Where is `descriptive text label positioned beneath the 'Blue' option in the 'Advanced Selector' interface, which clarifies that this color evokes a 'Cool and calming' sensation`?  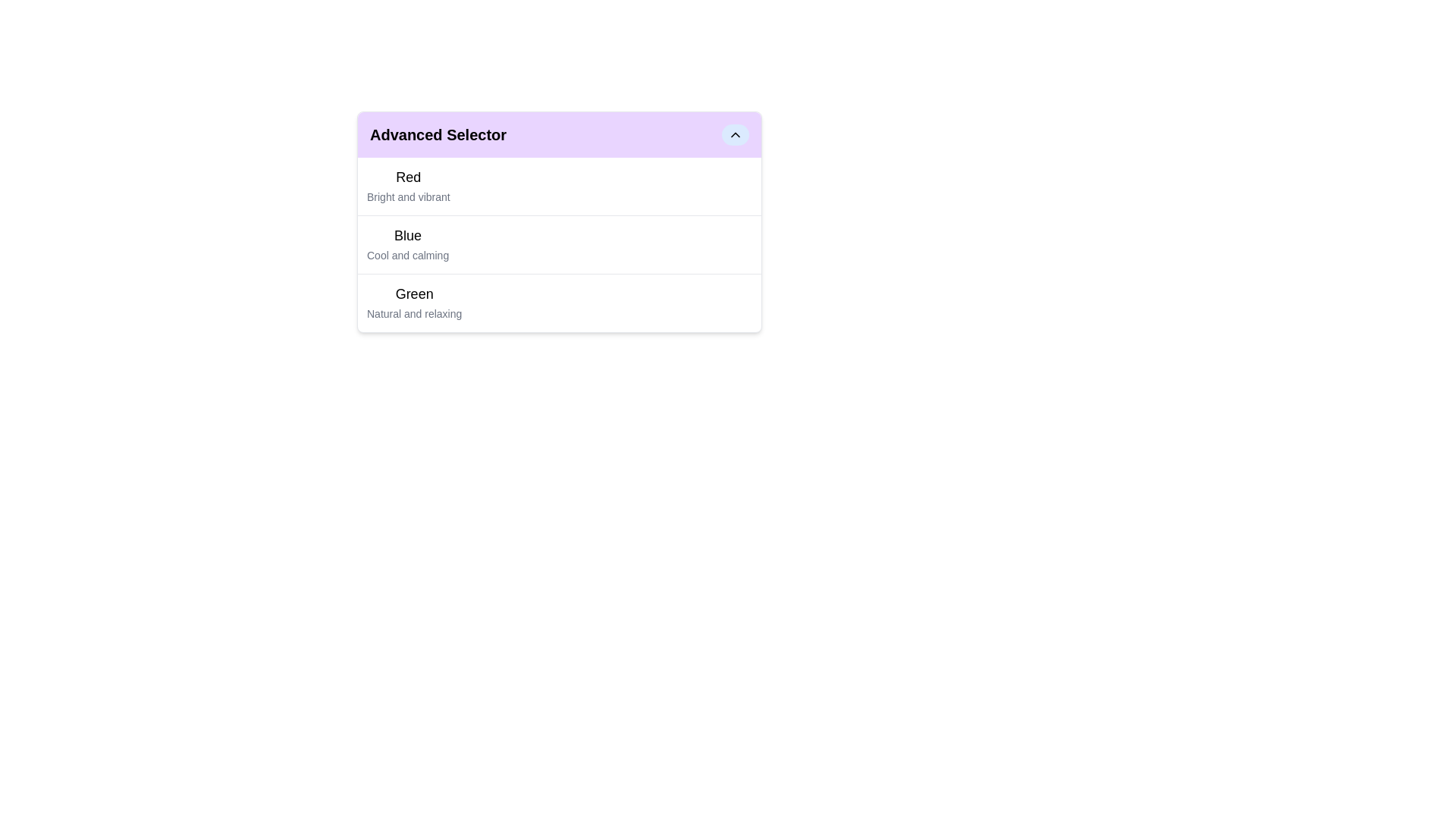
descriptive text label positioned beneath the 'Blue' option in the 'Advanced Selector' interface, which clarifies that this color evokes a 'Cool and calming' sensation is located at coordinates (408, 254).